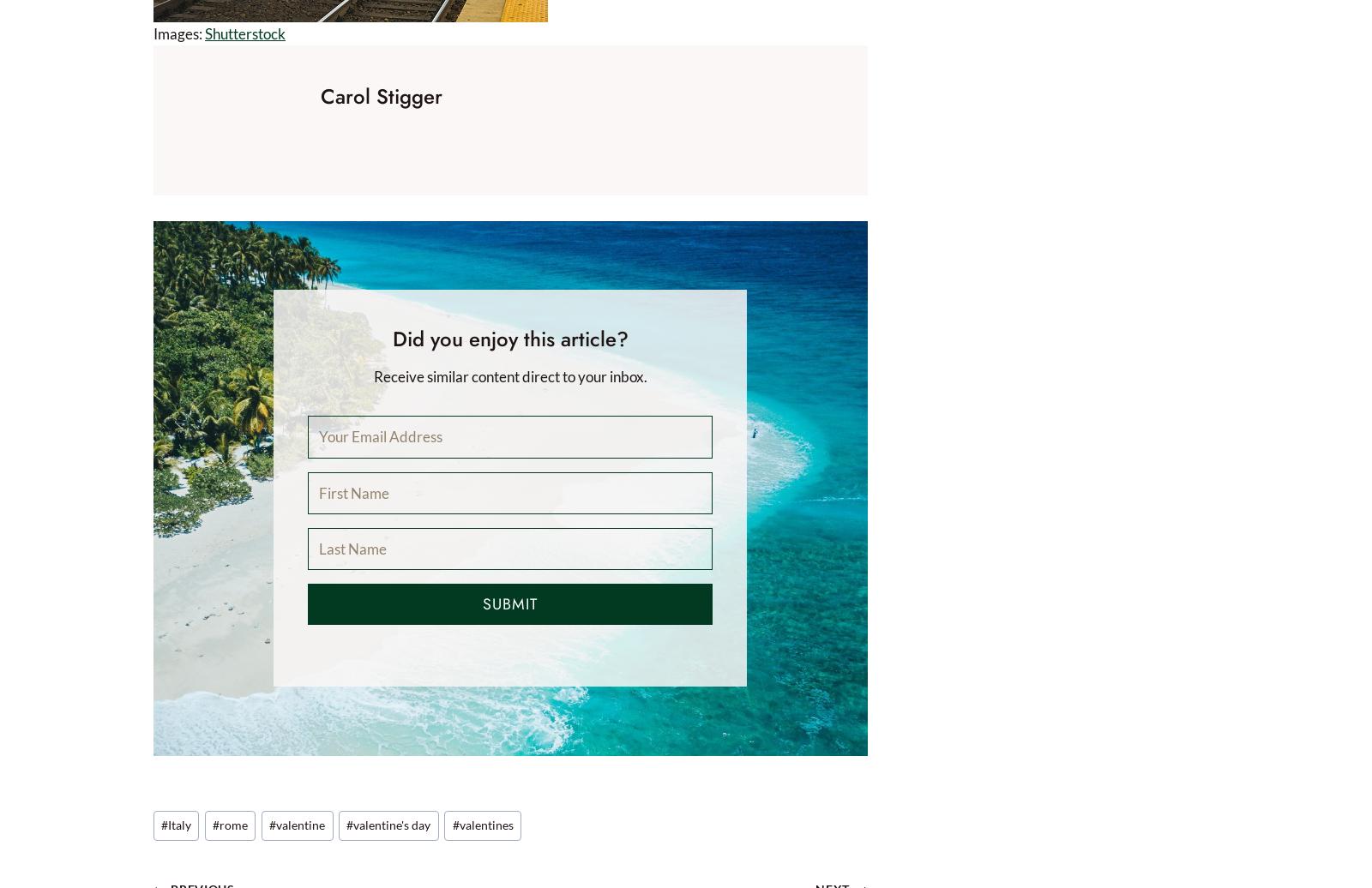 This screenshot has width=1372, height=888. I want to click on 'Carol Stigger', so click(380, 96).